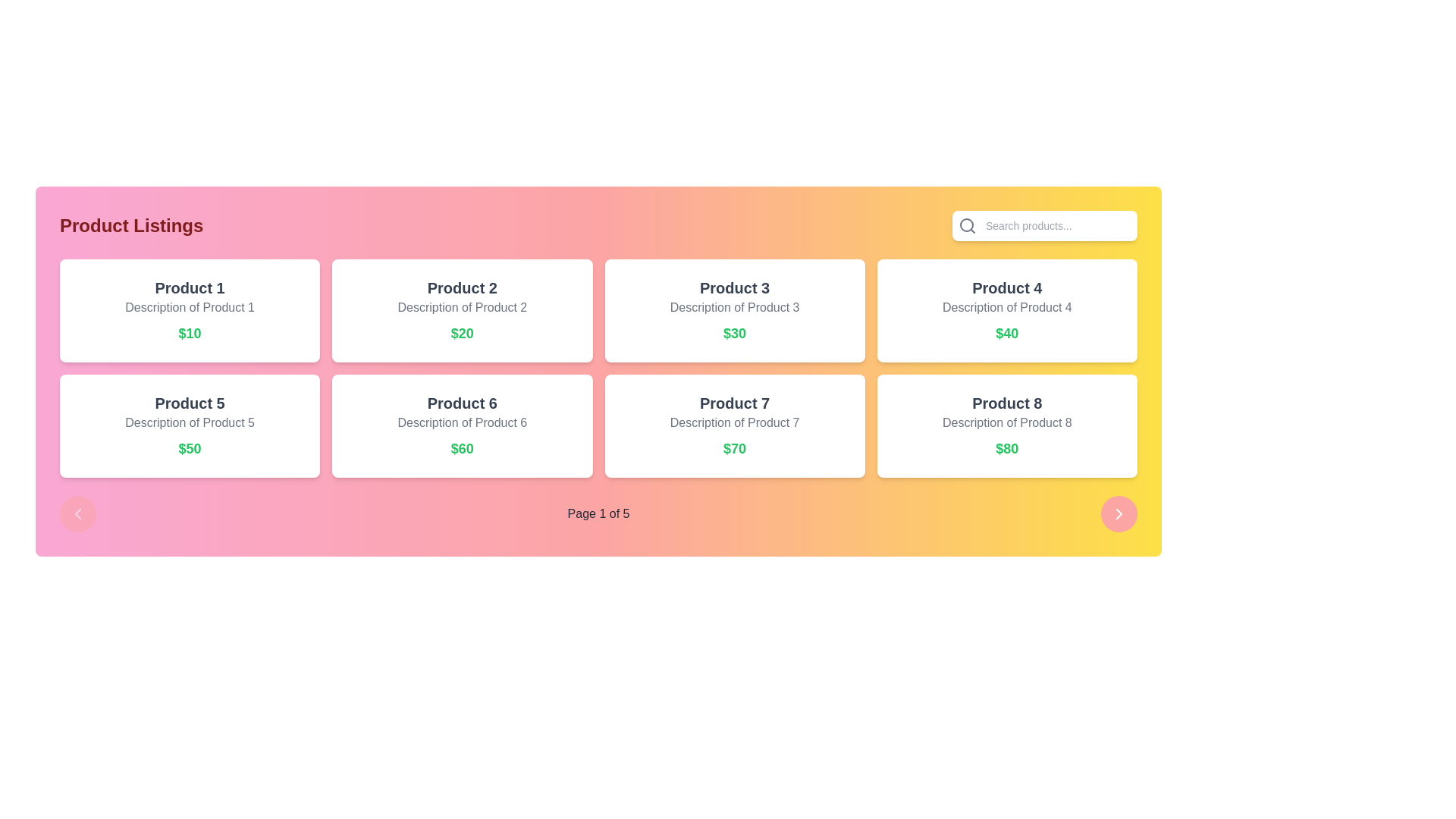  Describe the element at coordinates (1007, 309) in the screenshot. I see `the white card labeled 'Product 4' which has rounded corners and contains the title 'Product 4', a description, and a price at the bottom` at that location.